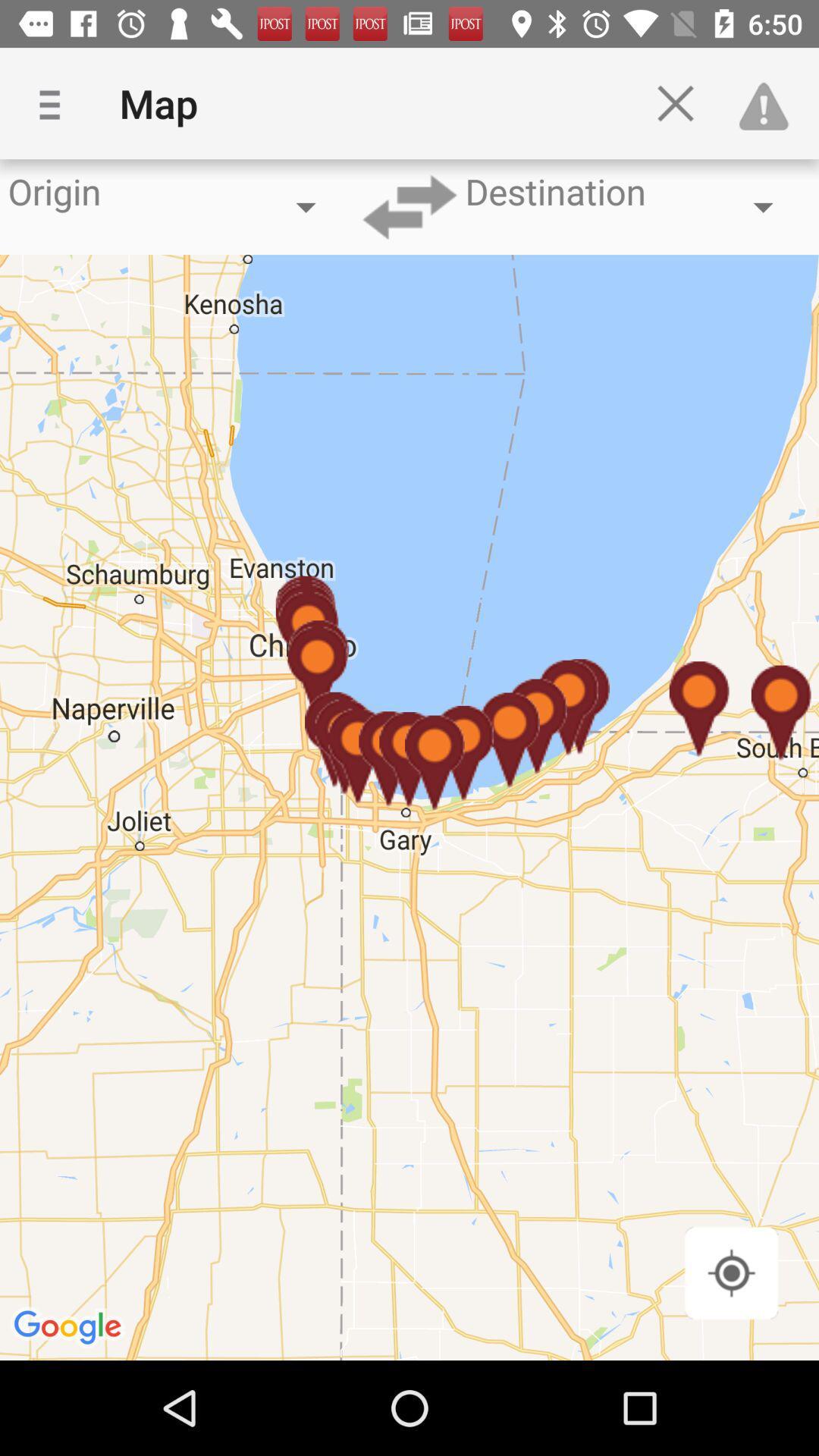 The width and height of the screenshot is (819, 1456). What do you see at coordinates (730, 1272) in the screenshot?
I see `the location_crosshair icon` at bounding box center [730, 1272].